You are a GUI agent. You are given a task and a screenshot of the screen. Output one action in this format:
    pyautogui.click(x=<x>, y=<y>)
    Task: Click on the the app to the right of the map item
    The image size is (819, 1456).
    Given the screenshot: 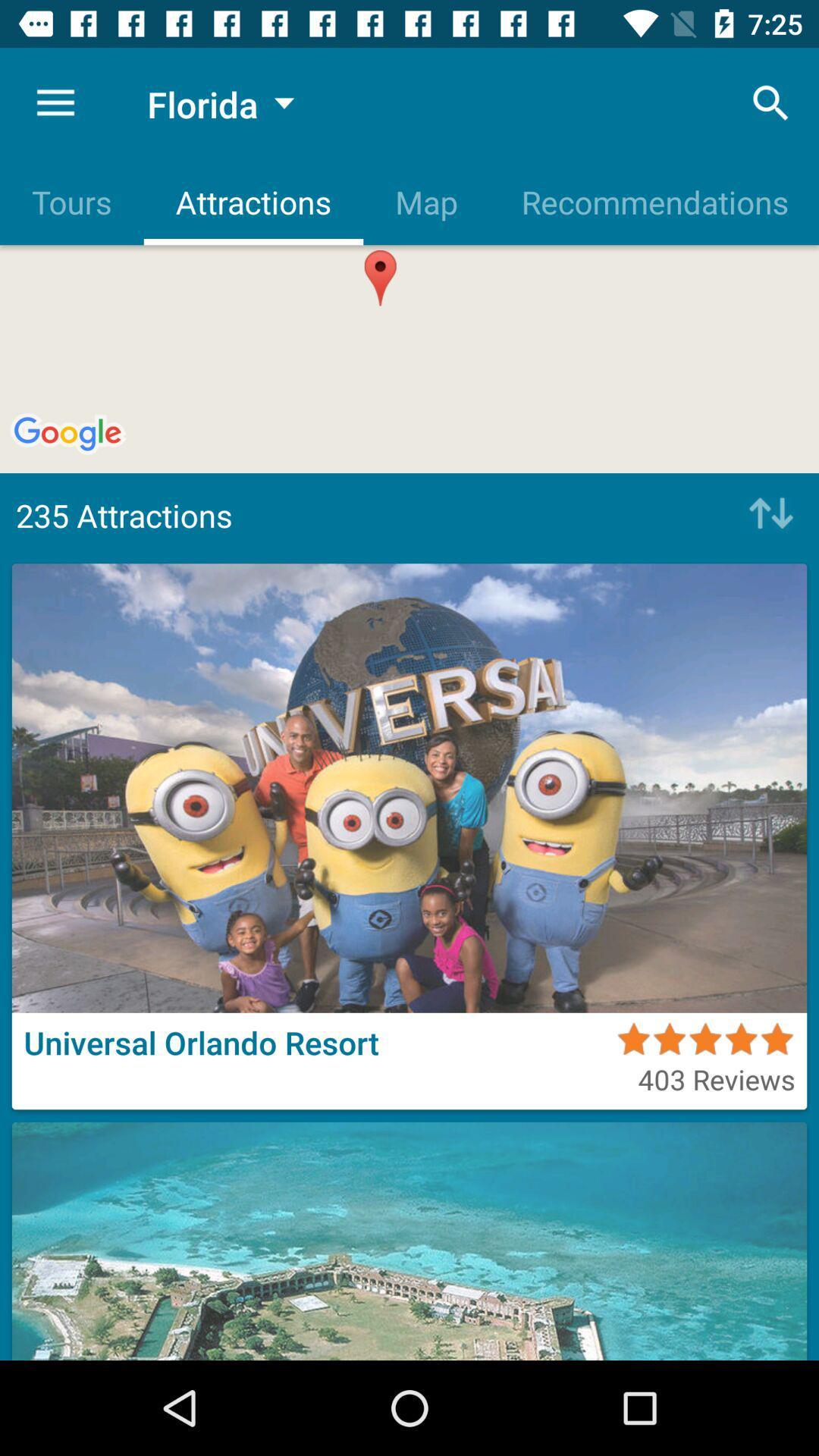 What is the action you would take?
    pyautogui.click(x=771, y=102)
    